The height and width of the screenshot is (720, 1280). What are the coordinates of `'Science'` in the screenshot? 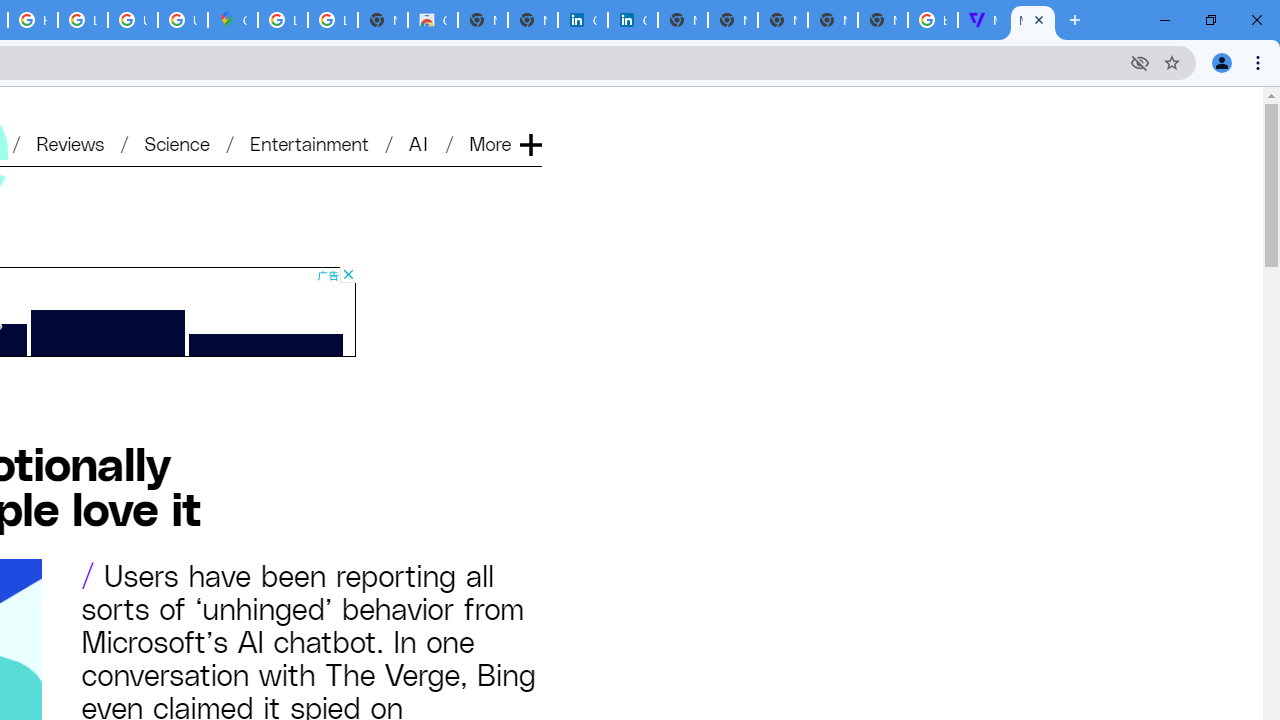 It's located at (176, 141).